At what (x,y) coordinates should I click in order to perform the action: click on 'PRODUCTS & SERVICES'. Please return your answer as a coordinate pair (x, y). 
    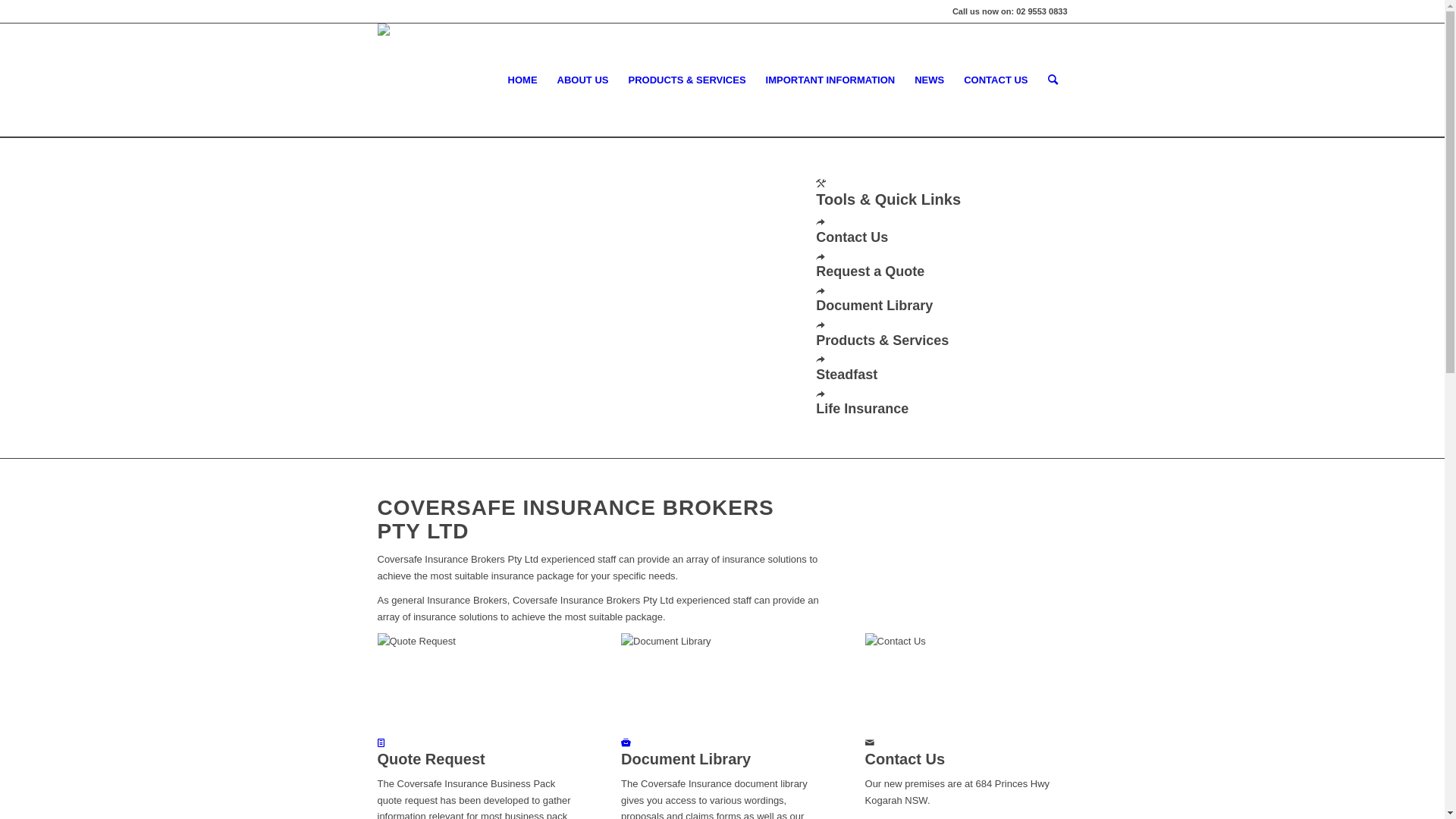
    Looking at the image, I should click on (686, 80).